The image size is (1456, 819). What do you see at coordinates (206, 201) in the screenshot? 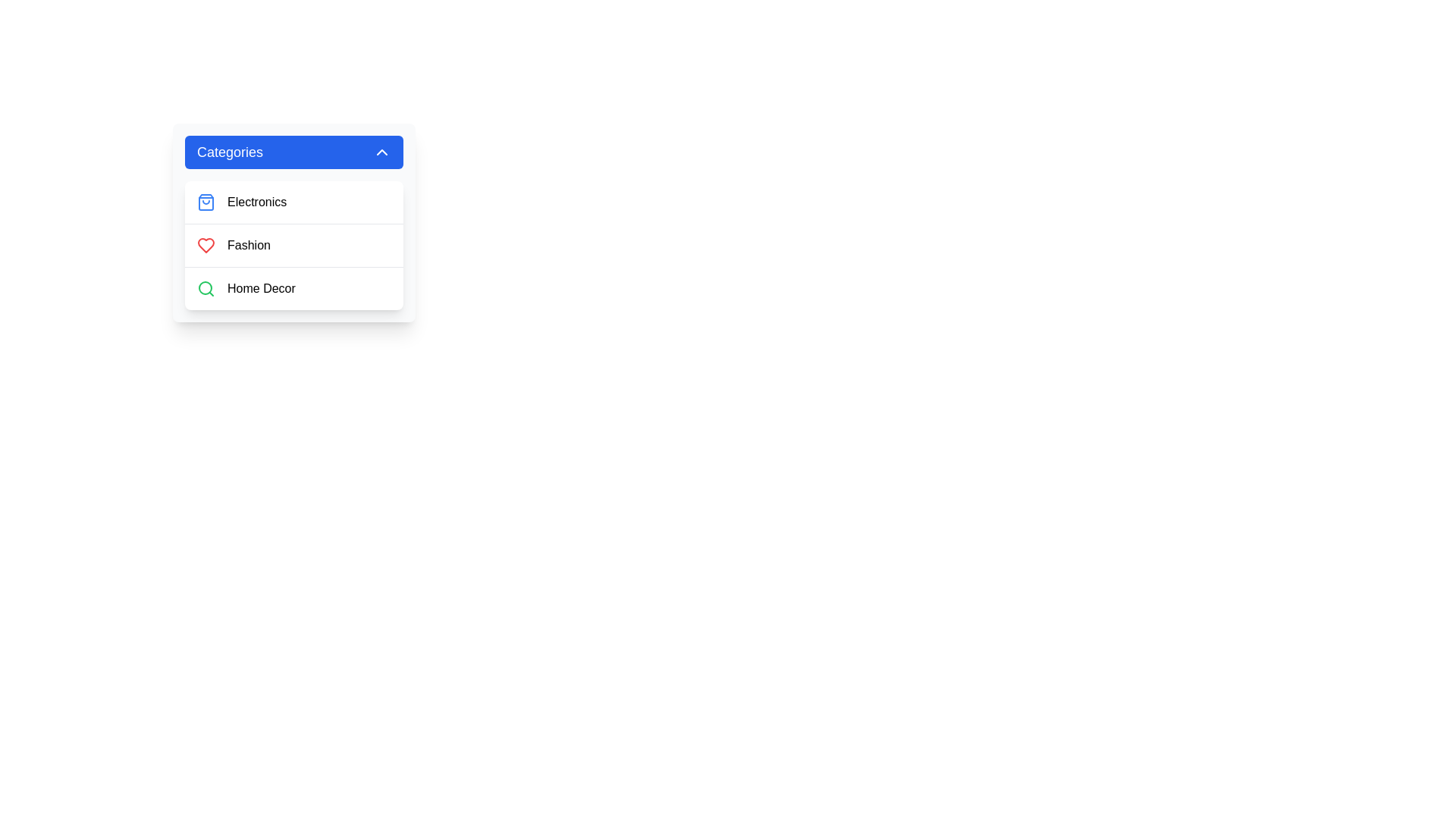
I see `the Electronics category icon located in the first row of the dropdown list under the 'Categories' heading, positioned to the left of the 'Electronics' text label` at bounding box center [206, 201].